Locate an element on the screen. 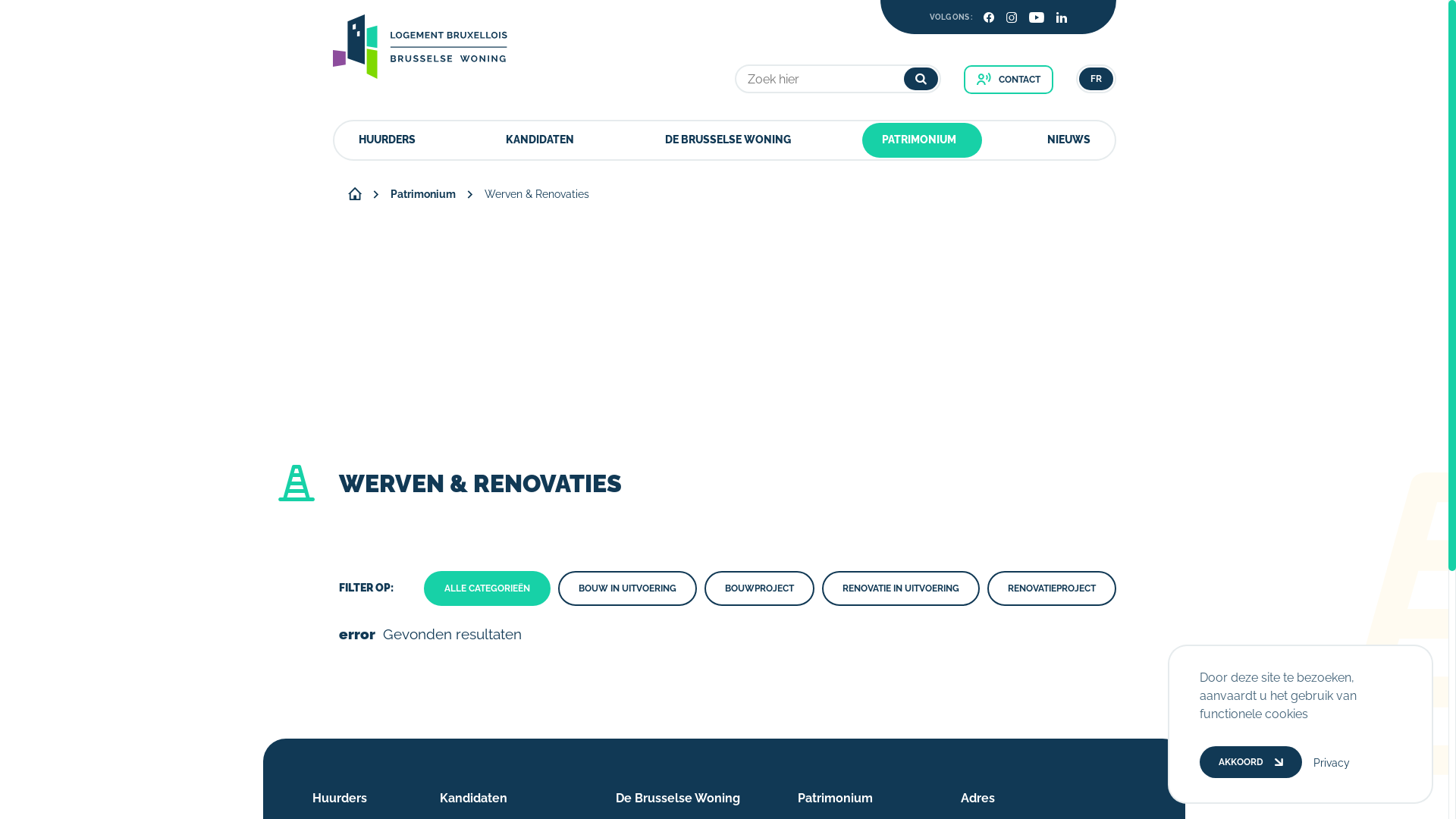 The width and height of the screenshot is (1456, 819). 'Kandidaten' is located at coordinates (472, 797).